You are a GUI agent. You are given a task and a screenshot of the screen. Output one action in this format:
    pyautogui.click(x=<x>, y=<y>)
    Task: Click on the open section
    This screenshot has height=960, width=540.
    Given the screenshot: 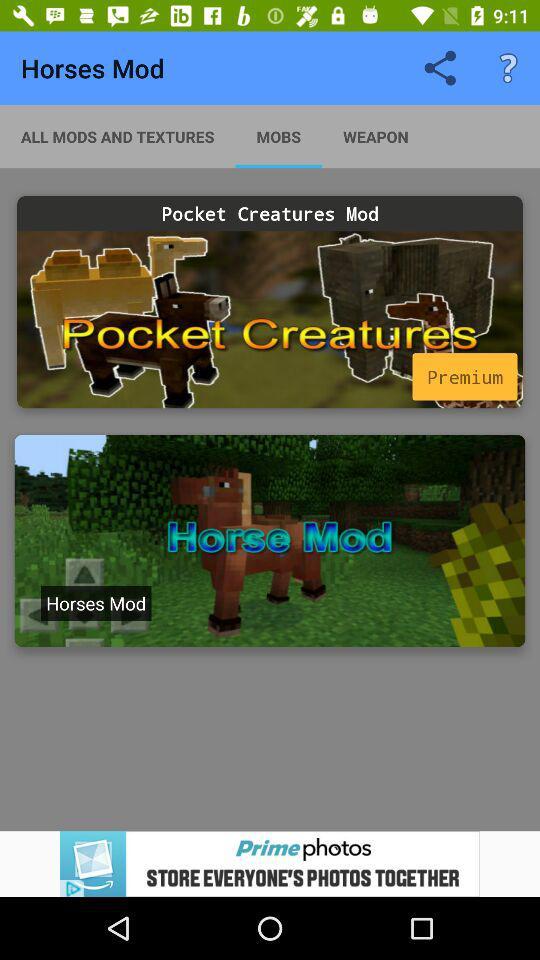 What is the action you would take?
    pyautogui.click(x=270, y=541)
    